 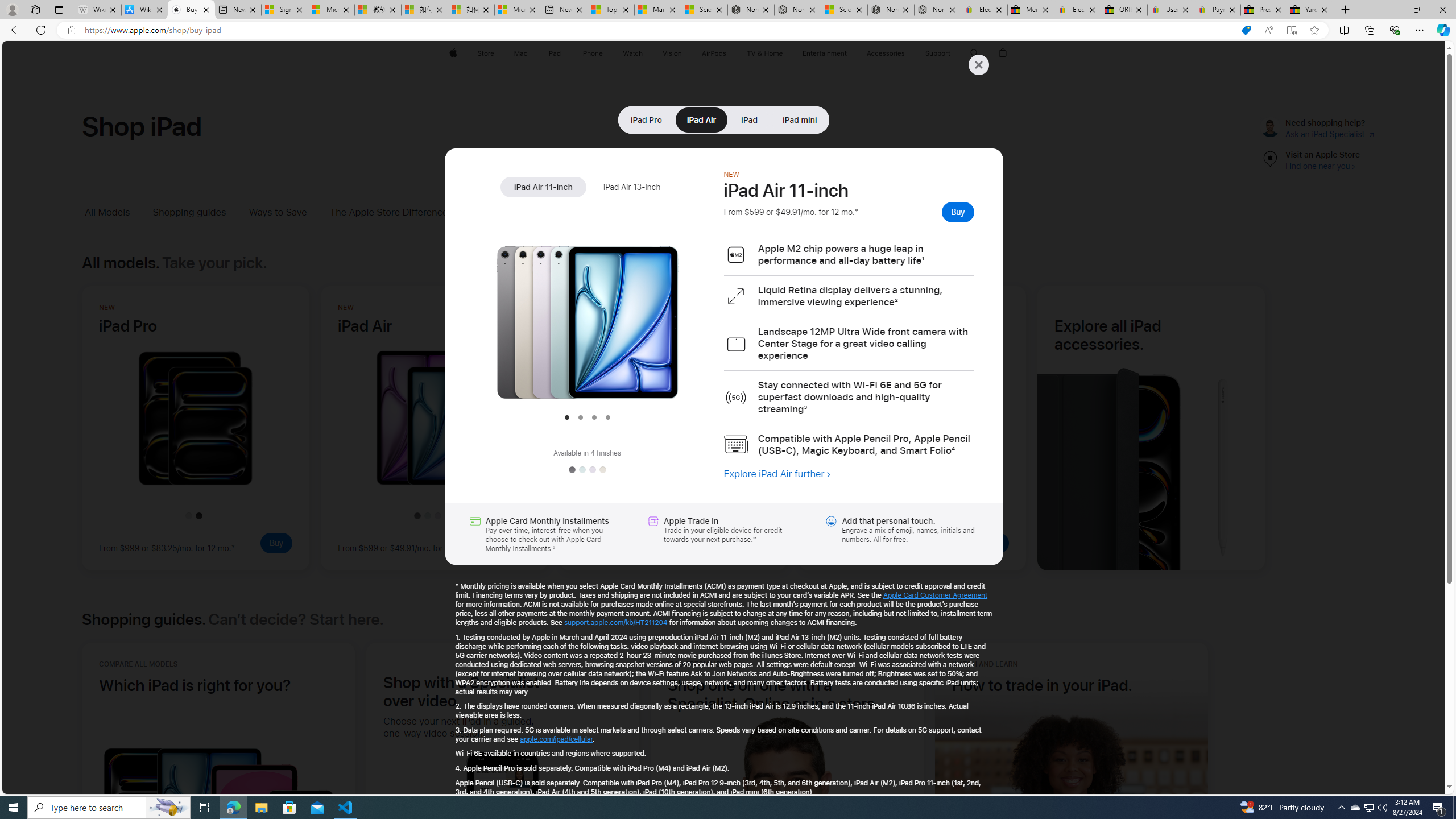 I want to click on 'Microsoft account | Account Checkup', so click(x=517, y=9).